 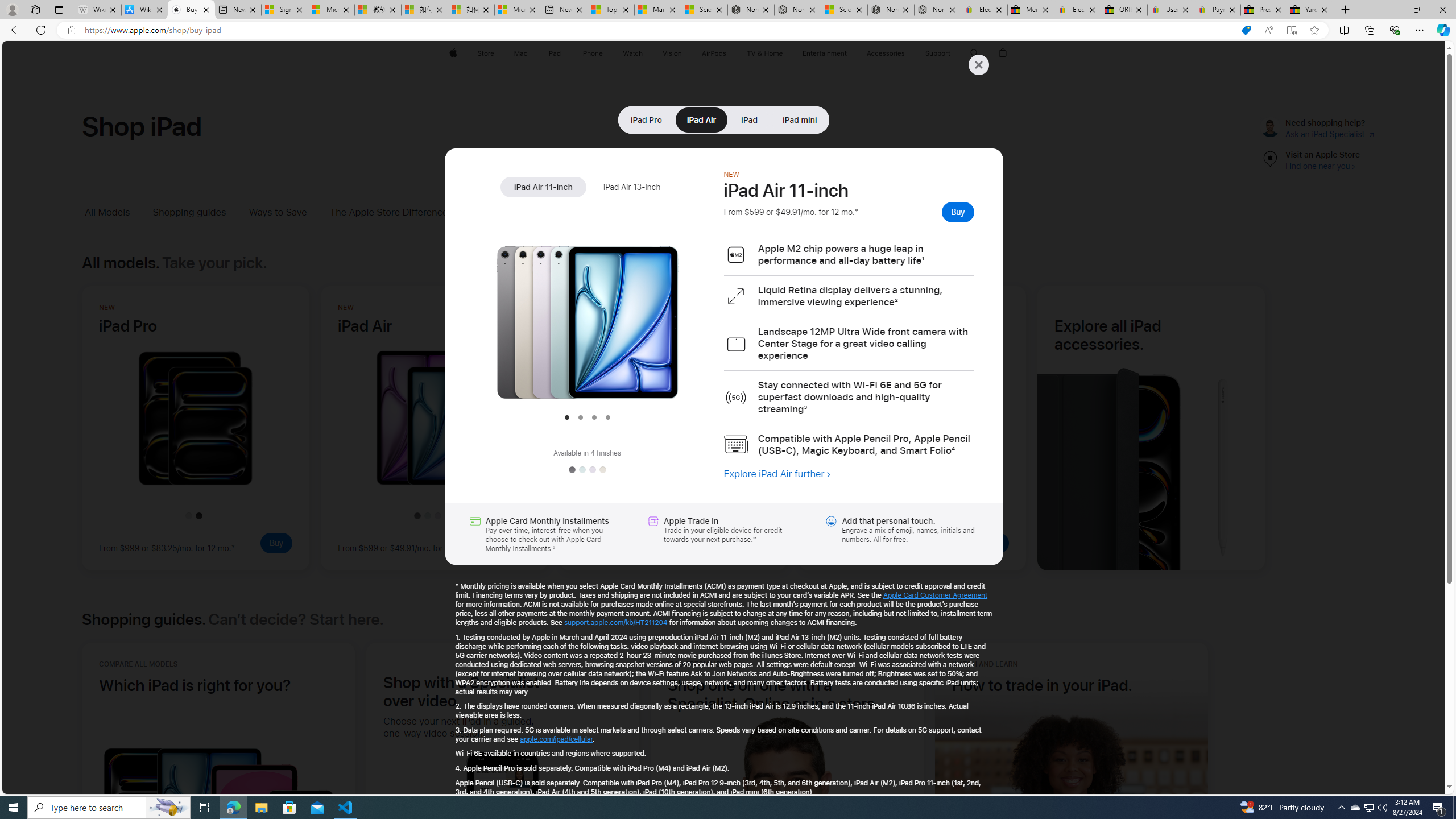 I want to click on 'Microsoft account | Account Checkup', so click(x=517, y=9).